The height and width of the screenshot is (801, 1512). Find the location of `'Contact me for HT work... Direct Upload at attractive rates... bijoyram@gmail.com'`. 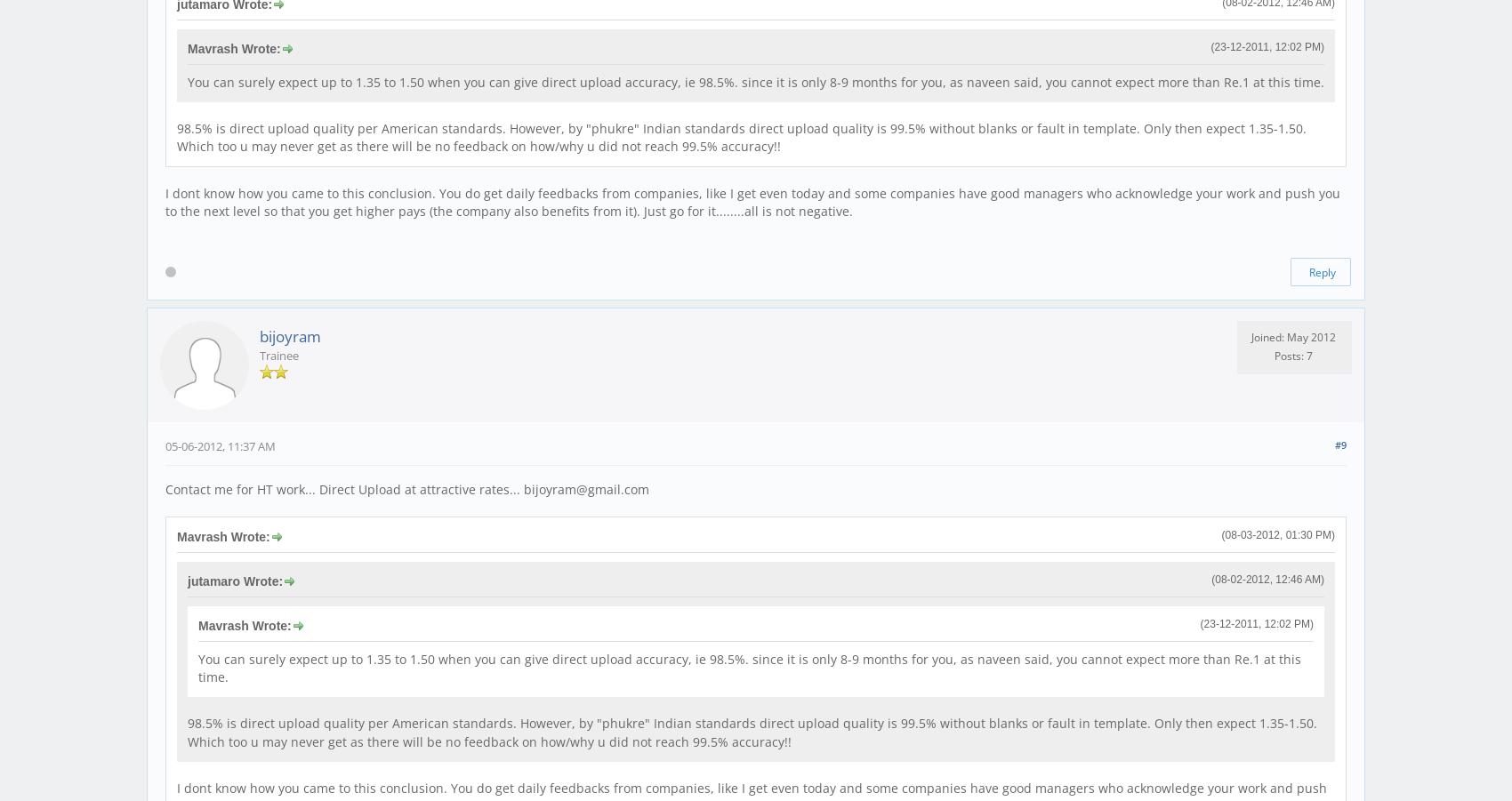

'Contact me for HT work... Direct Upload at attractive rates... bijoyram@gmail.com' is located at coordinates (164, 488).